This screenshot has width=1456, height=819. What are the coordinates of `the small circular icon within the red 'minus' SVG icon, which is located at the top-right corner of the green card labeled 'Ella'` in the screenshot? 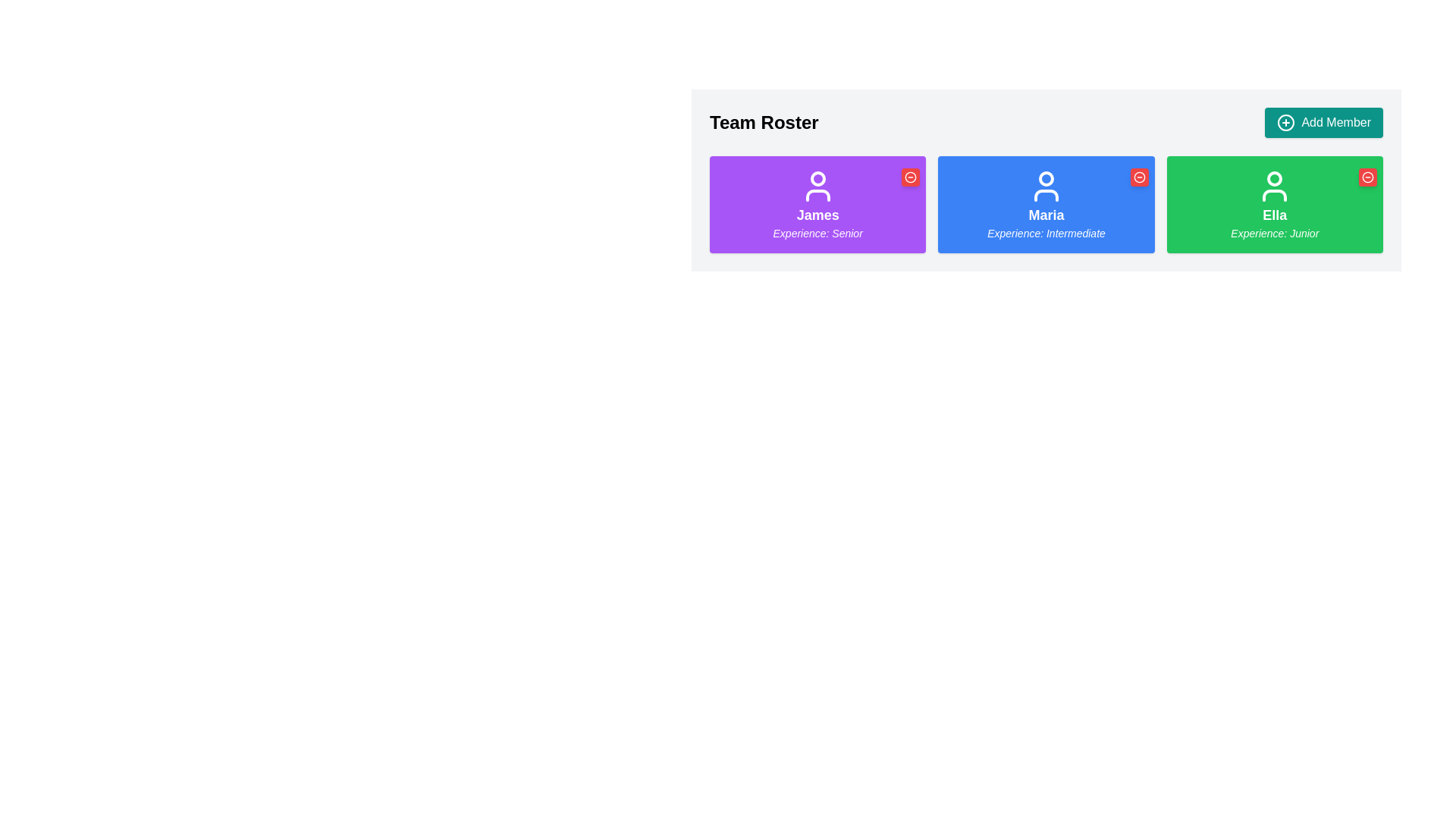 It's located at (1368, 177).